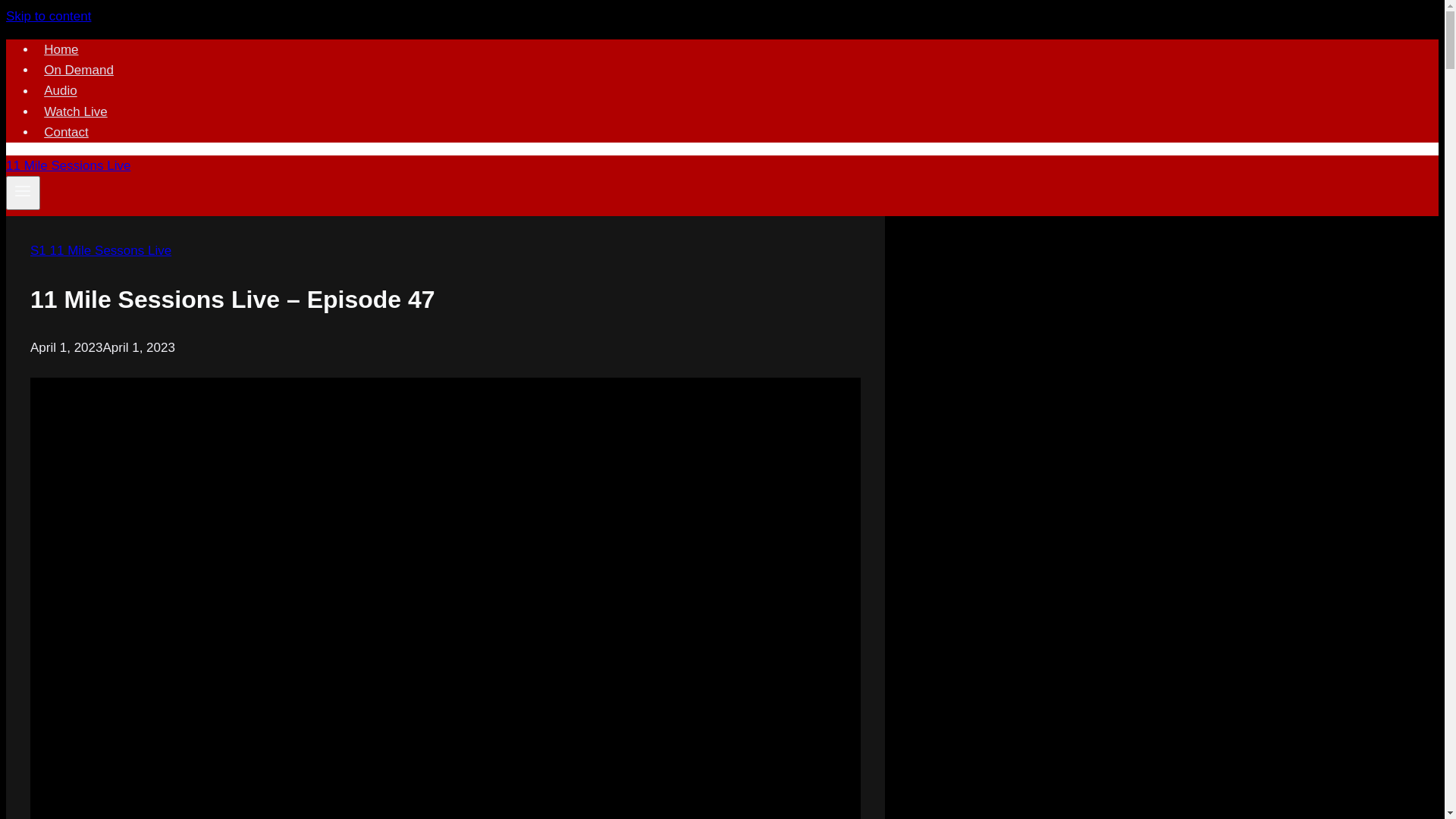  Describe the element at coordinates (78, 70) in the screenshot. I see `'On Demand'` at that location.